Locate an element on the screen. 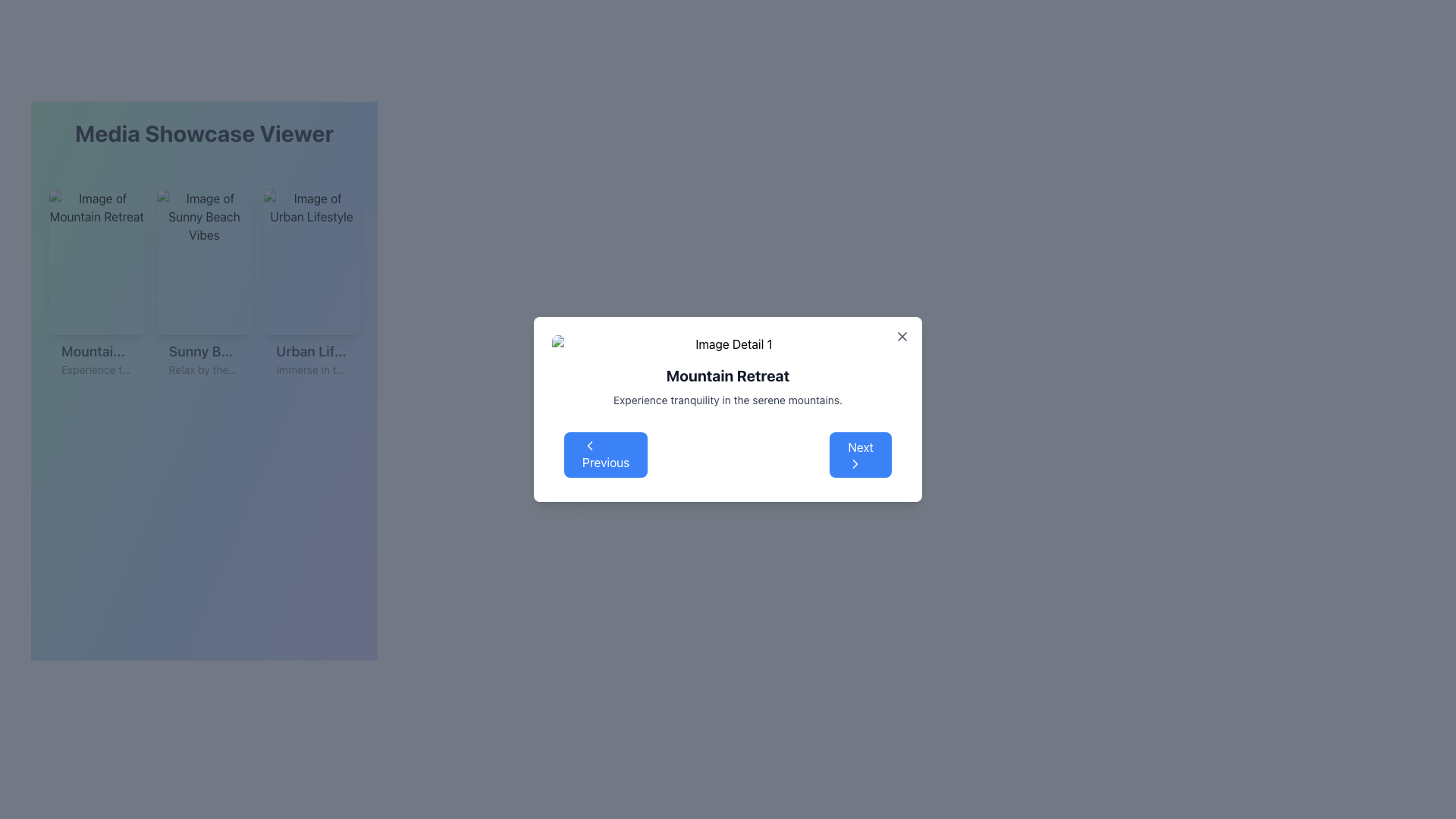  the text element stating 'Experience tranquility in the serene mountains.' which is positioned below the heading 'Mountain Retreat' is located at coordinates (728, 400).